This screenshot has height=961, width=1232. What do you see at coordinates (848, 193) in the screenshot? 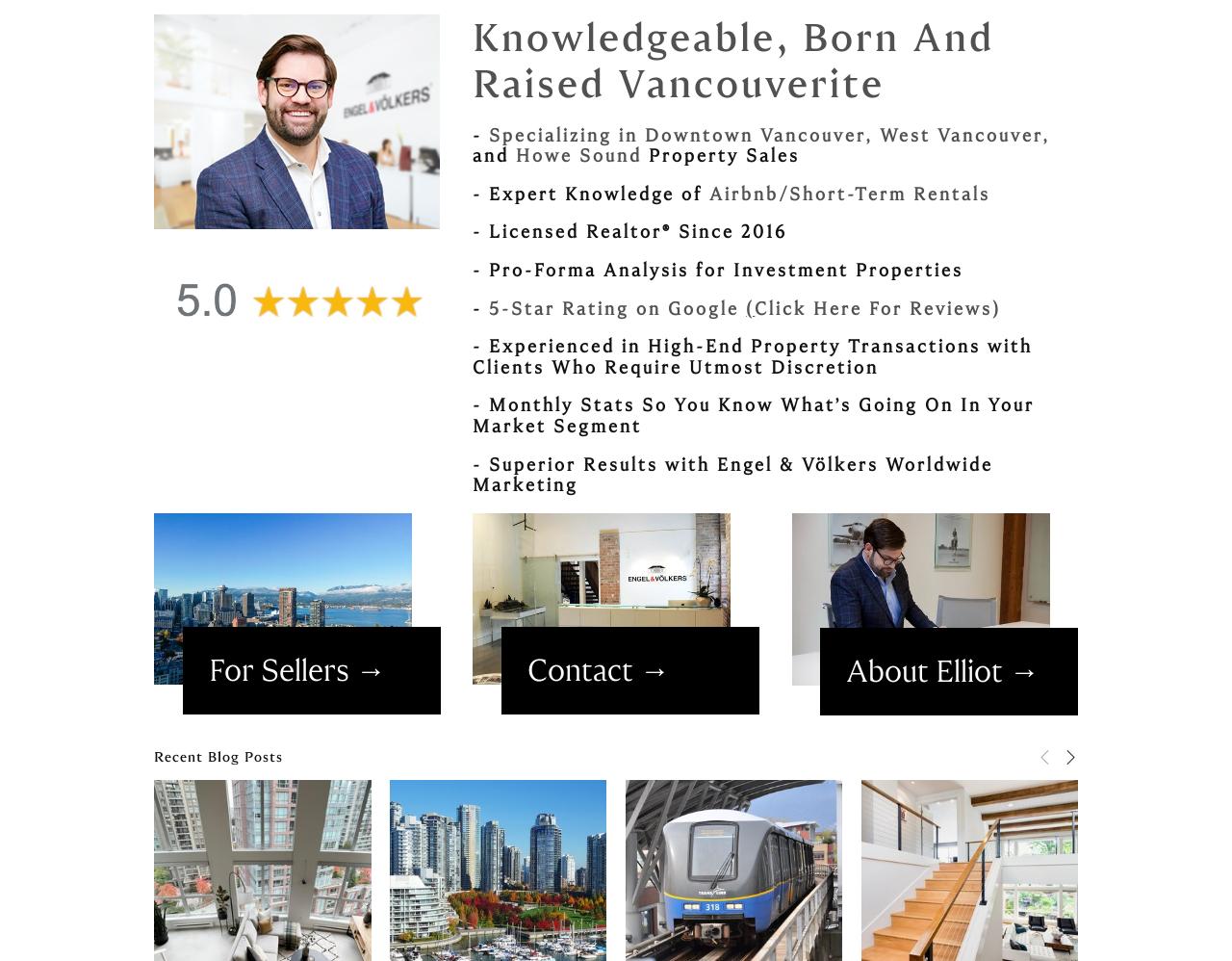
I see `'Airbnb/Short-Term Rentals'` at bounding box center [848, 193].